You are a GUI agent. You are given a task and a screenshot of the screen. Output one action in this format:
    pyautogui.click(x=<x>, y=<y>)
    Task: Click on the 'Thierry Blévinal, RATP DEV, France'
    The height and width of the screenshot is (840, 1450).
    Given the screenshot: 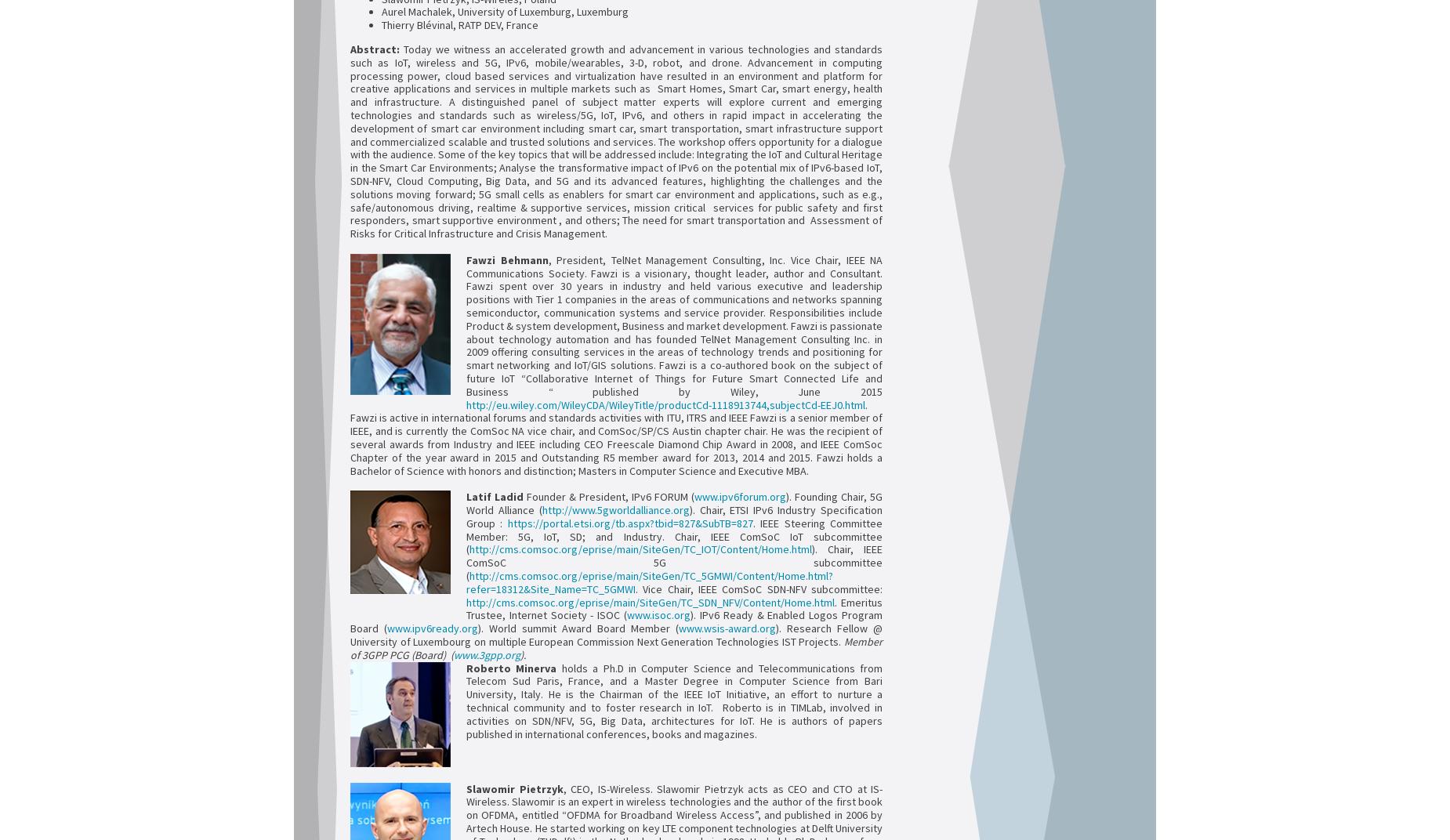 What is the action you would take?
    pyautogui.click(x=381, y=24)
    